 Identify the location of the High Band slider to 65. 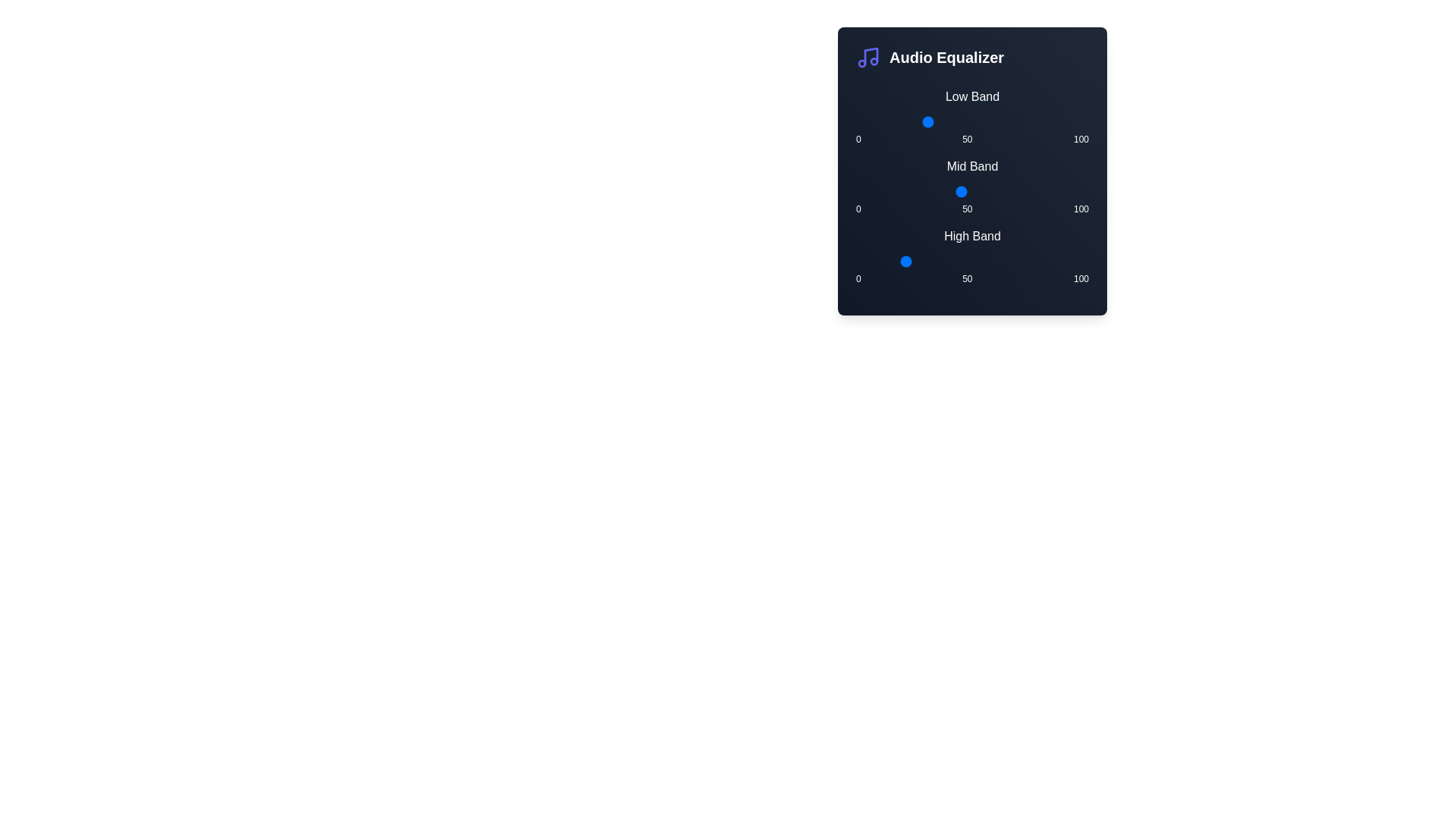
(1007, 260).